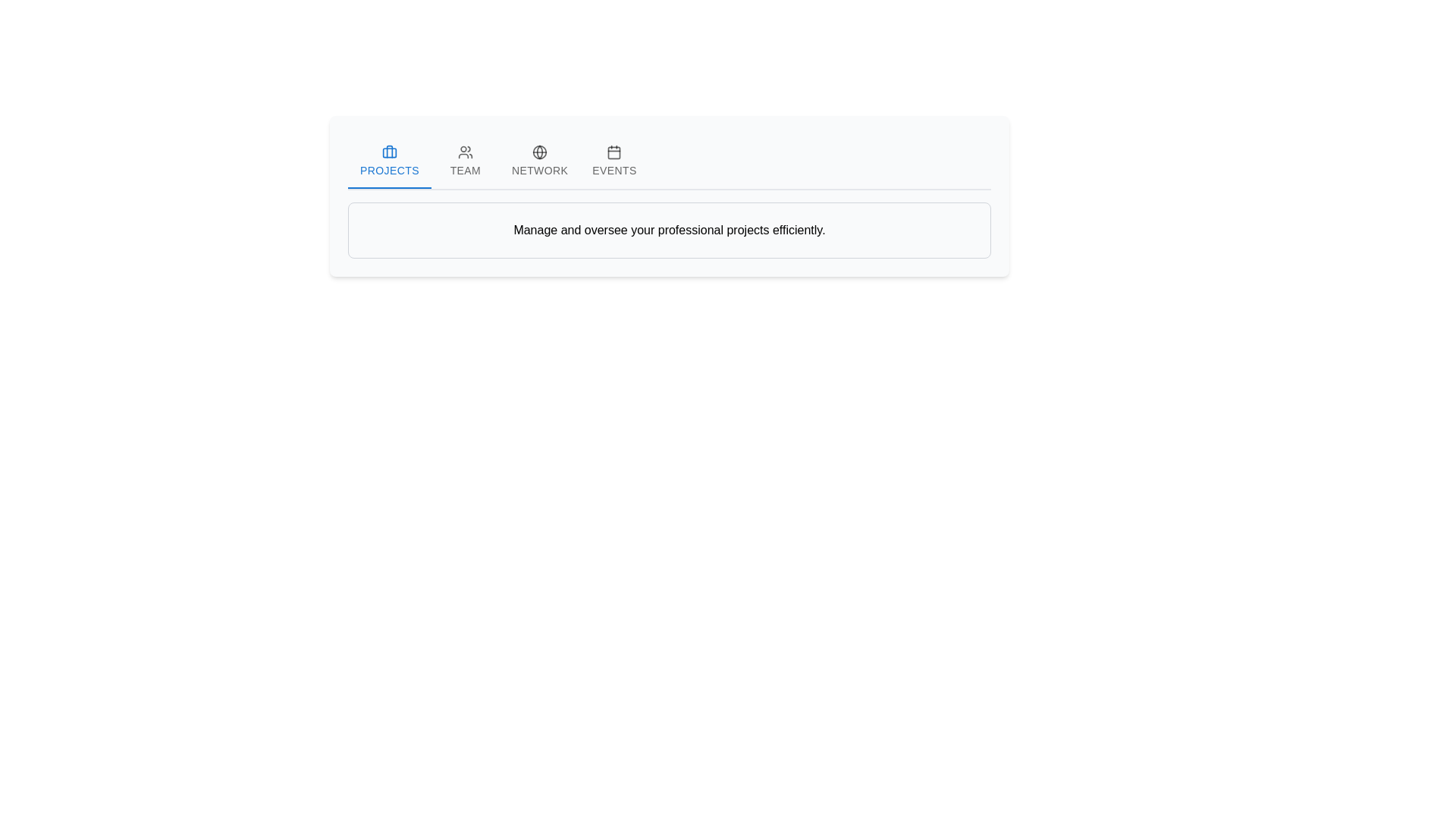 Image resolution: width=1456 pixels, height=819 pixels. Describe the element at coordinates (464, 152) in the screenshot. I see `the 'TEAM' tab icon located above the text 'TEAM' in the navigation bar` at that location.